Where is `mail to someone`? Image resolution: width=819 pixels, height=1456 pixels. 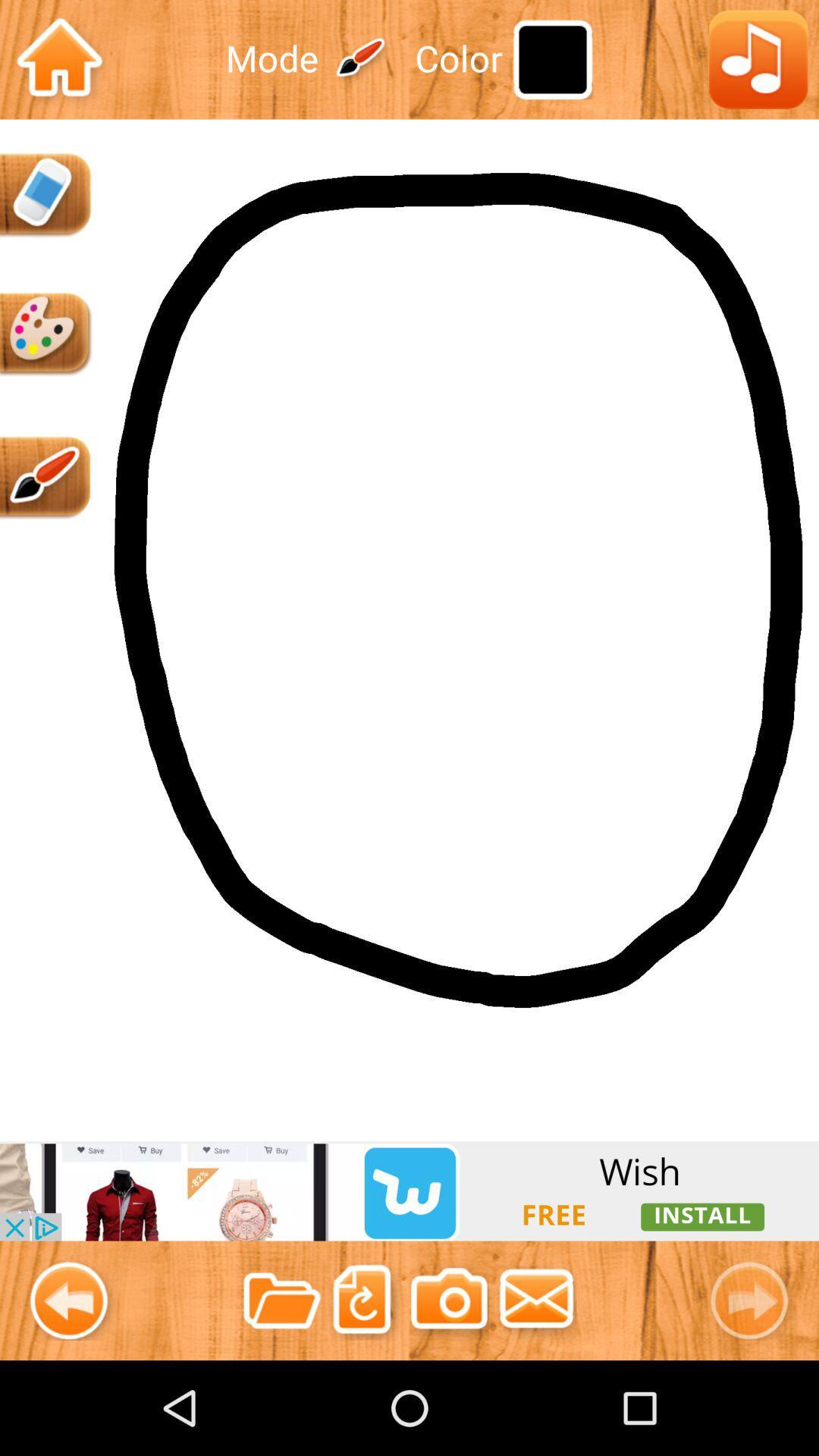 mail to someone is located at coordinates (536, 1300).